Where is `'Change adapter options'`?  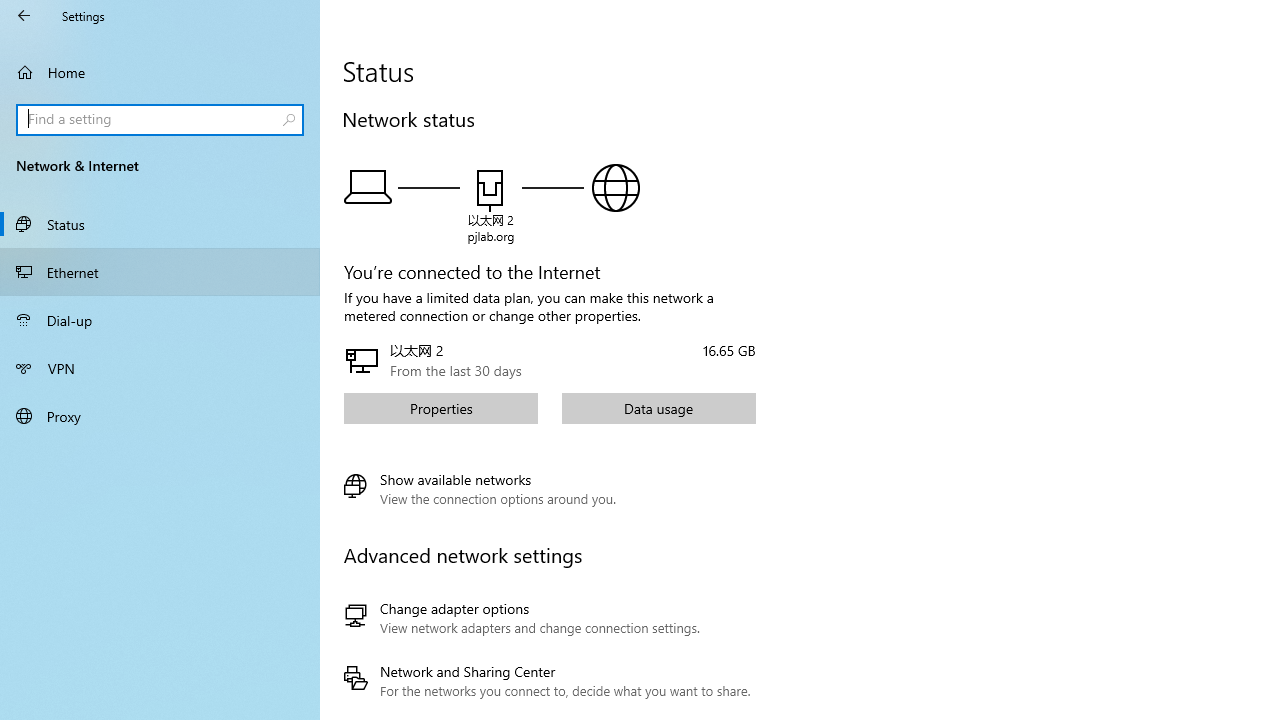
'Change adapter options' is located at coordinates (547, 617).